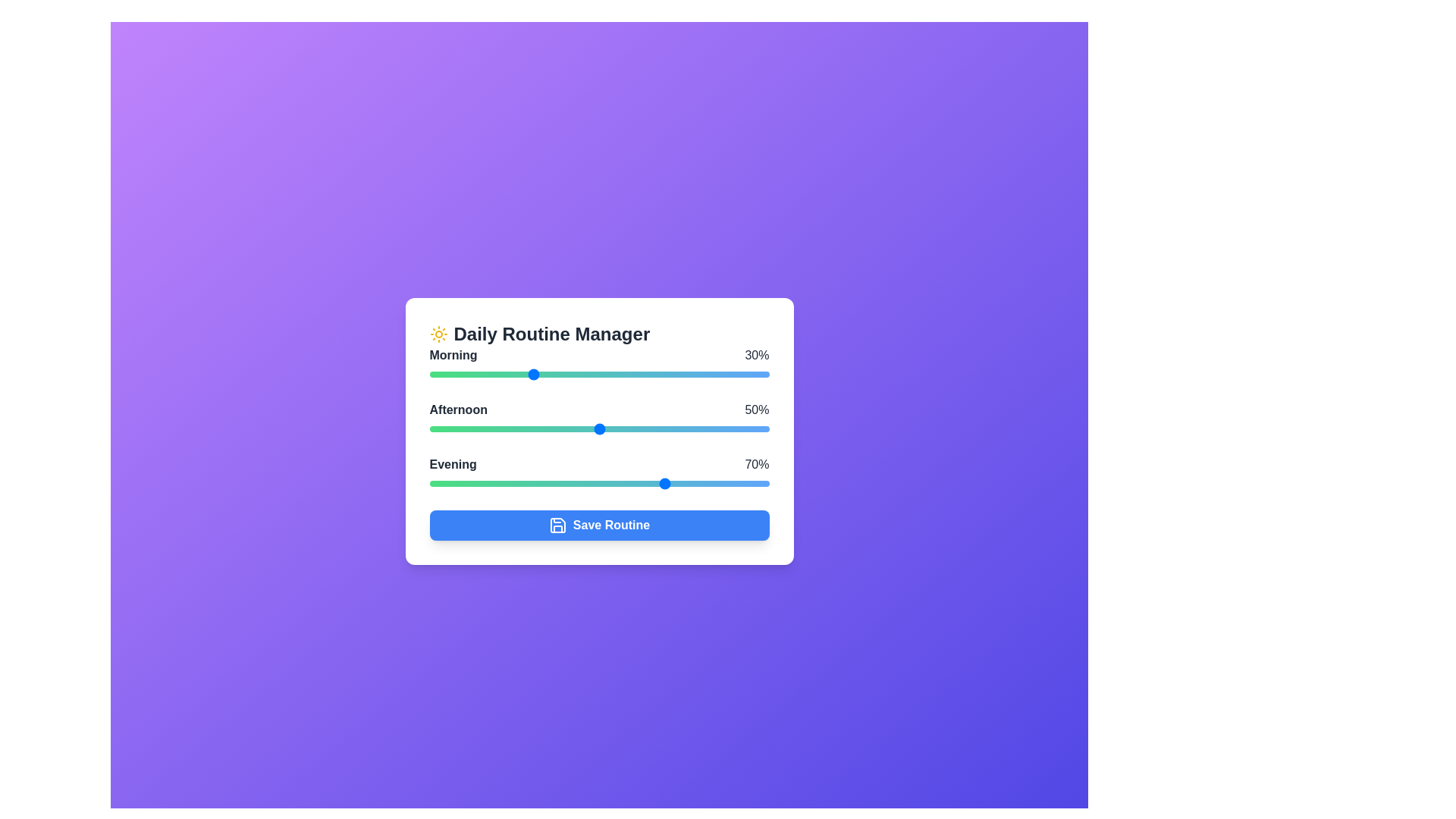 This screenshot has height=819, width=1456. What do you see at coordinates (588, 374) in the screenshot?
I see `the Morning task slider to 47%` at bounding box center [588, 374].